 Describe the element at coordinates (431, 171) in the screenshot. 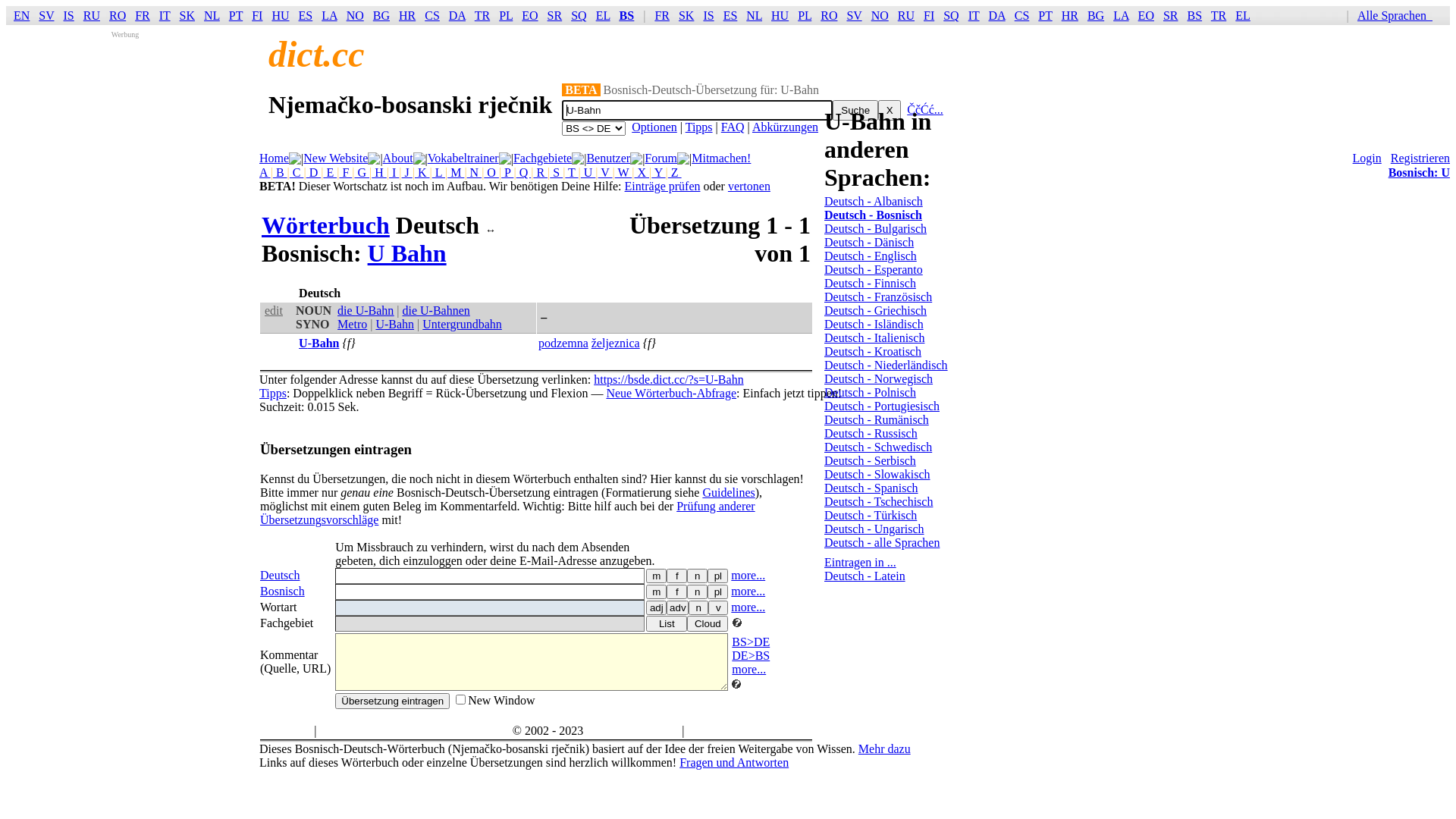

I see `'L'` at that location.